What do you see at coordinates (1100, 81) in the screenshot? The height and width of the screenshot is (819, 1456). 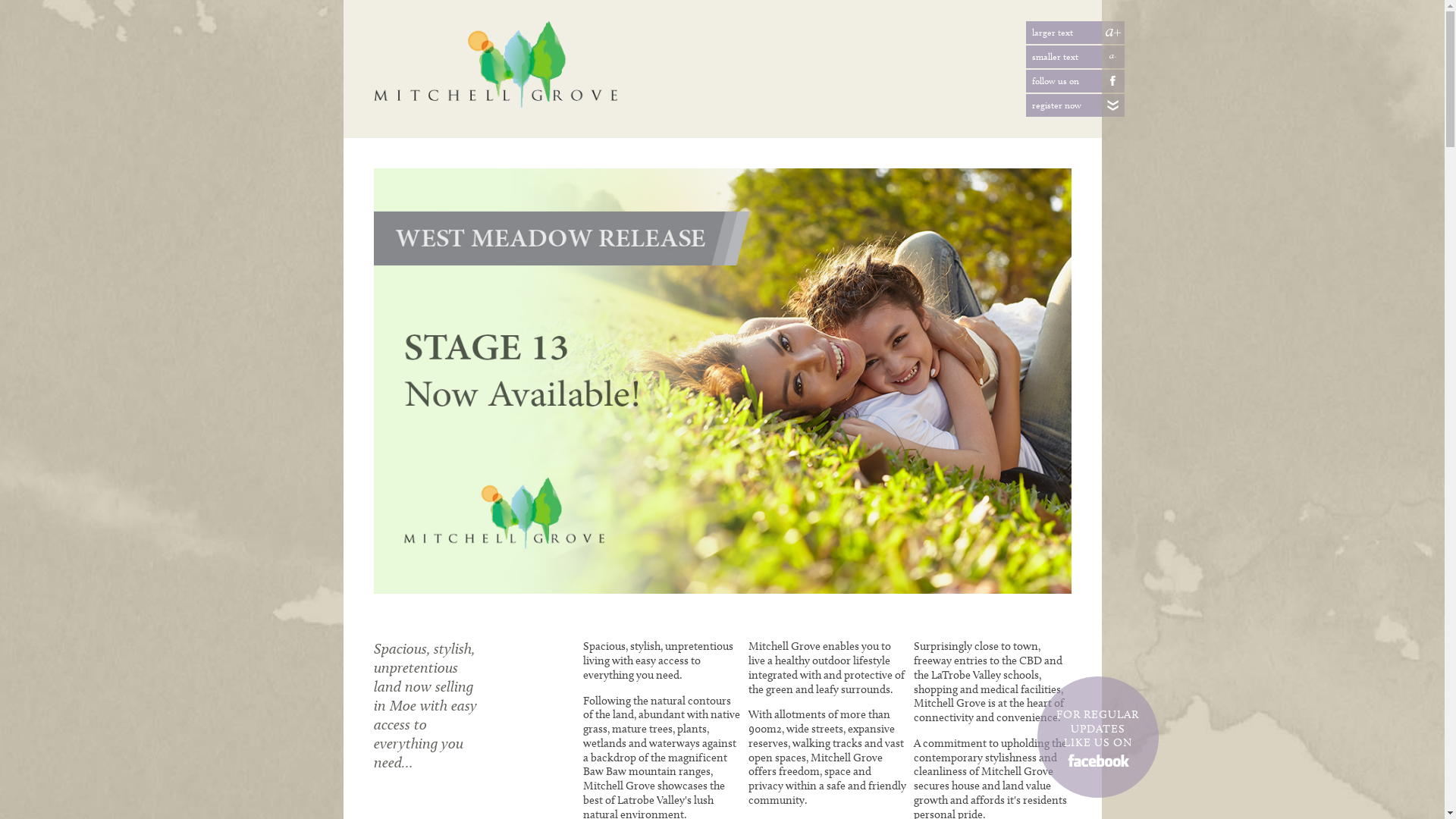 I see `'follow us on'` at bounding box center [1100, 81].